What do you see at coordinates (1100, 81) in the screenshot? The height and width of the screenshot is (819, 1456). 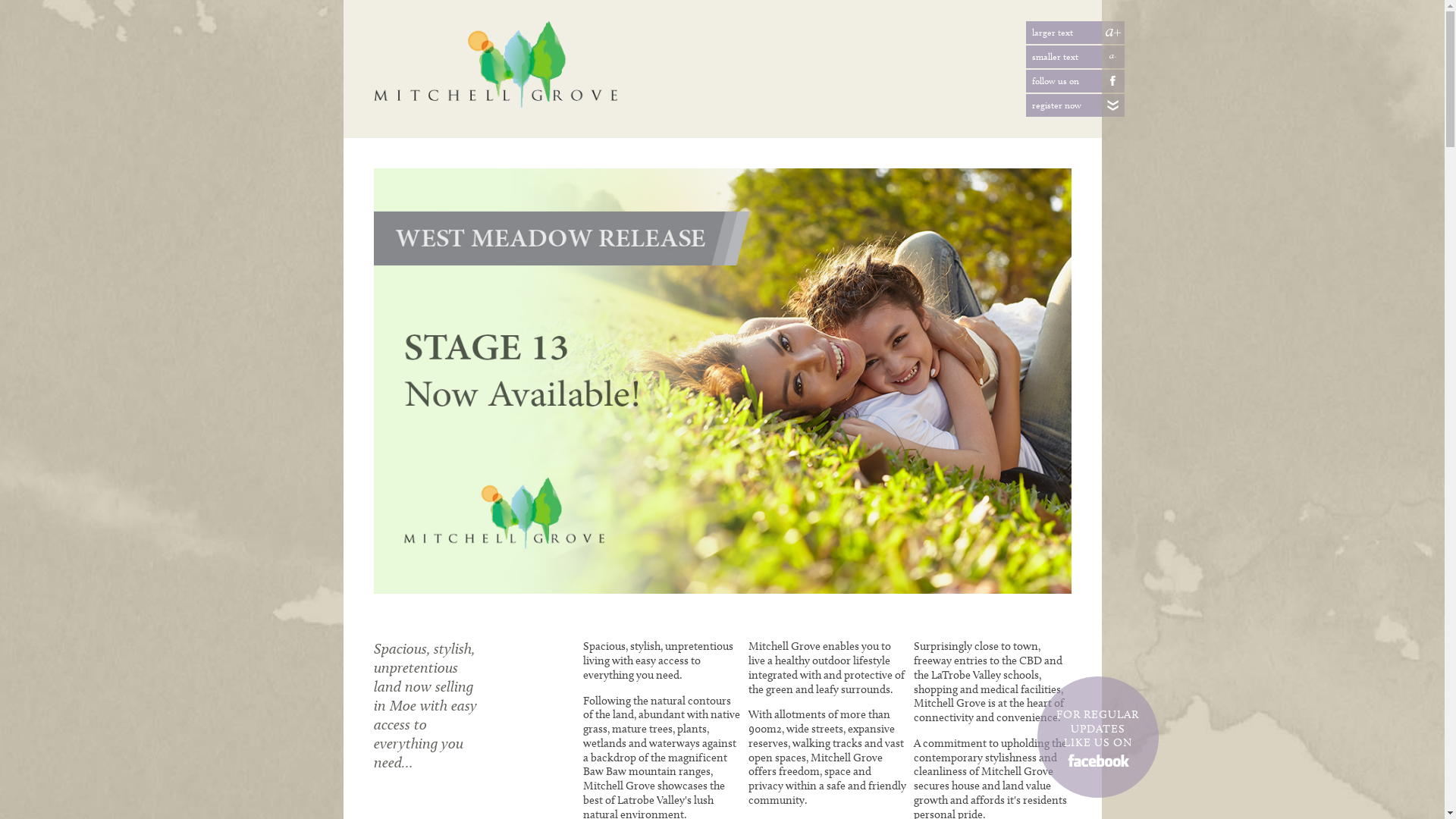 I see `'follow us on'` at bounding box center [1100, 81].